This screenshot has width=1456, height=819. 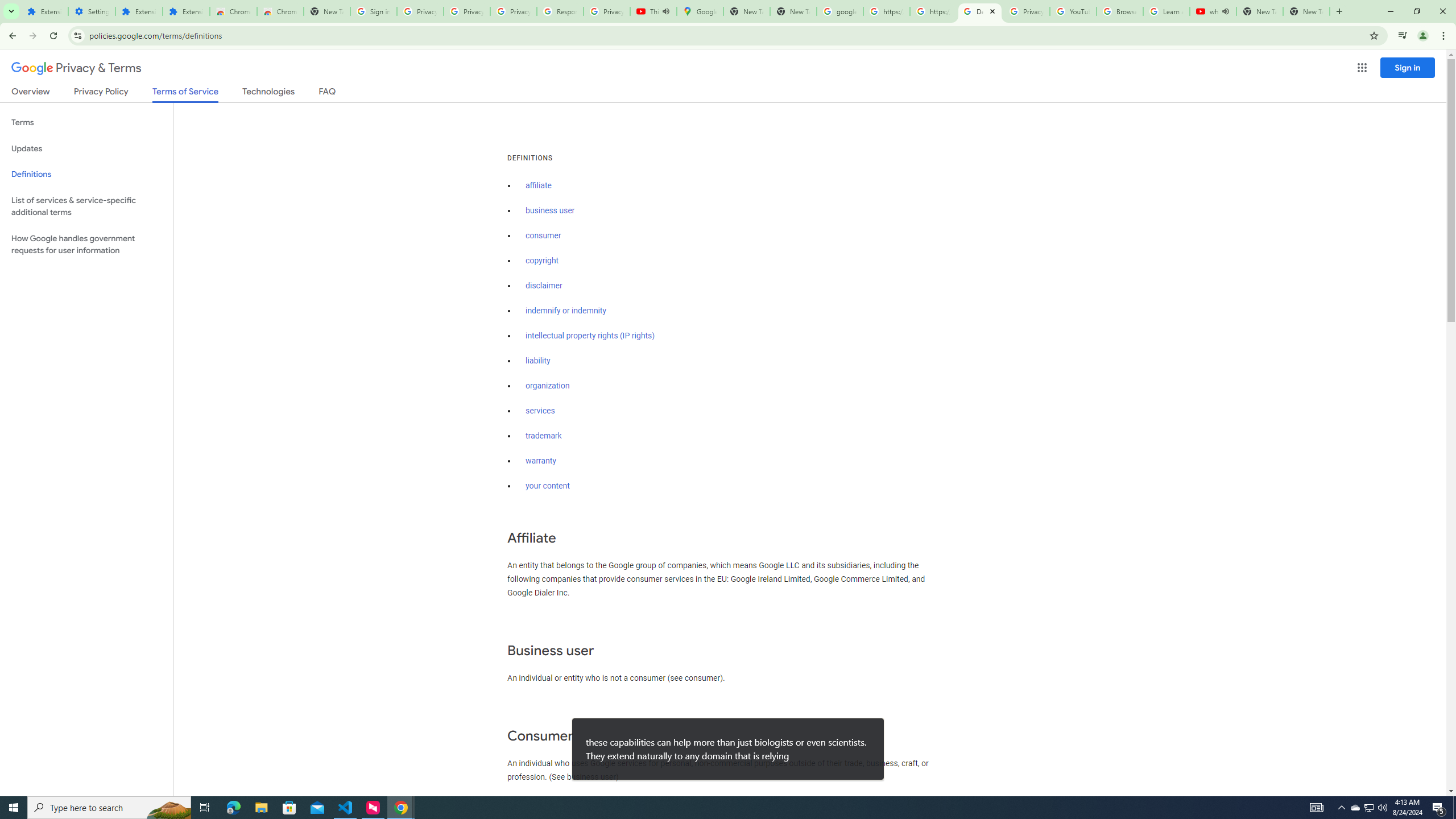 I want to click on 'Chrome Web Store - Themes', so click(x=280, y=11).